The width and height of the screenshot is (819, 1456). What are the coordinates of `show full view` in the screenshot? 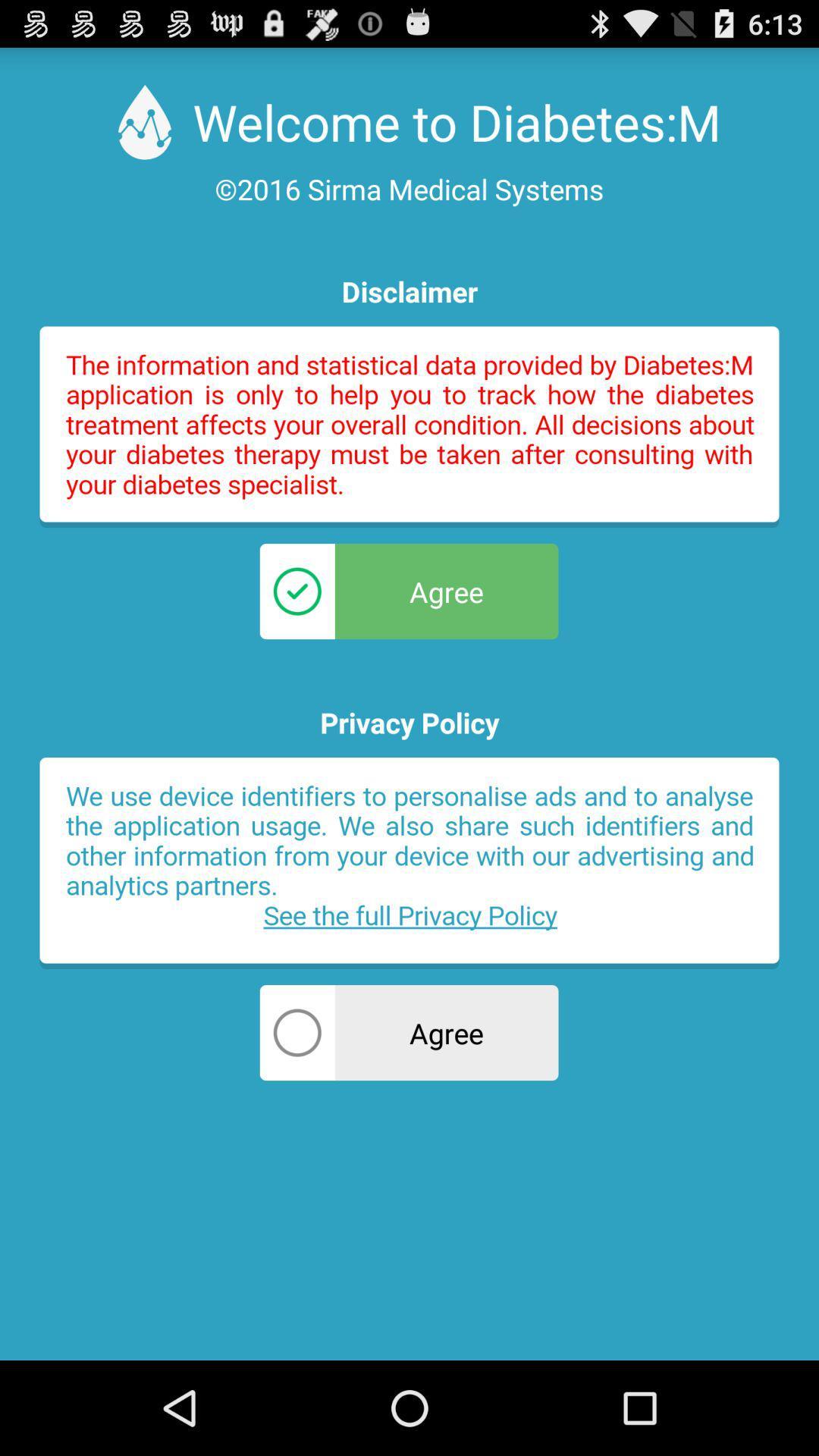 It's located at (409, 426).